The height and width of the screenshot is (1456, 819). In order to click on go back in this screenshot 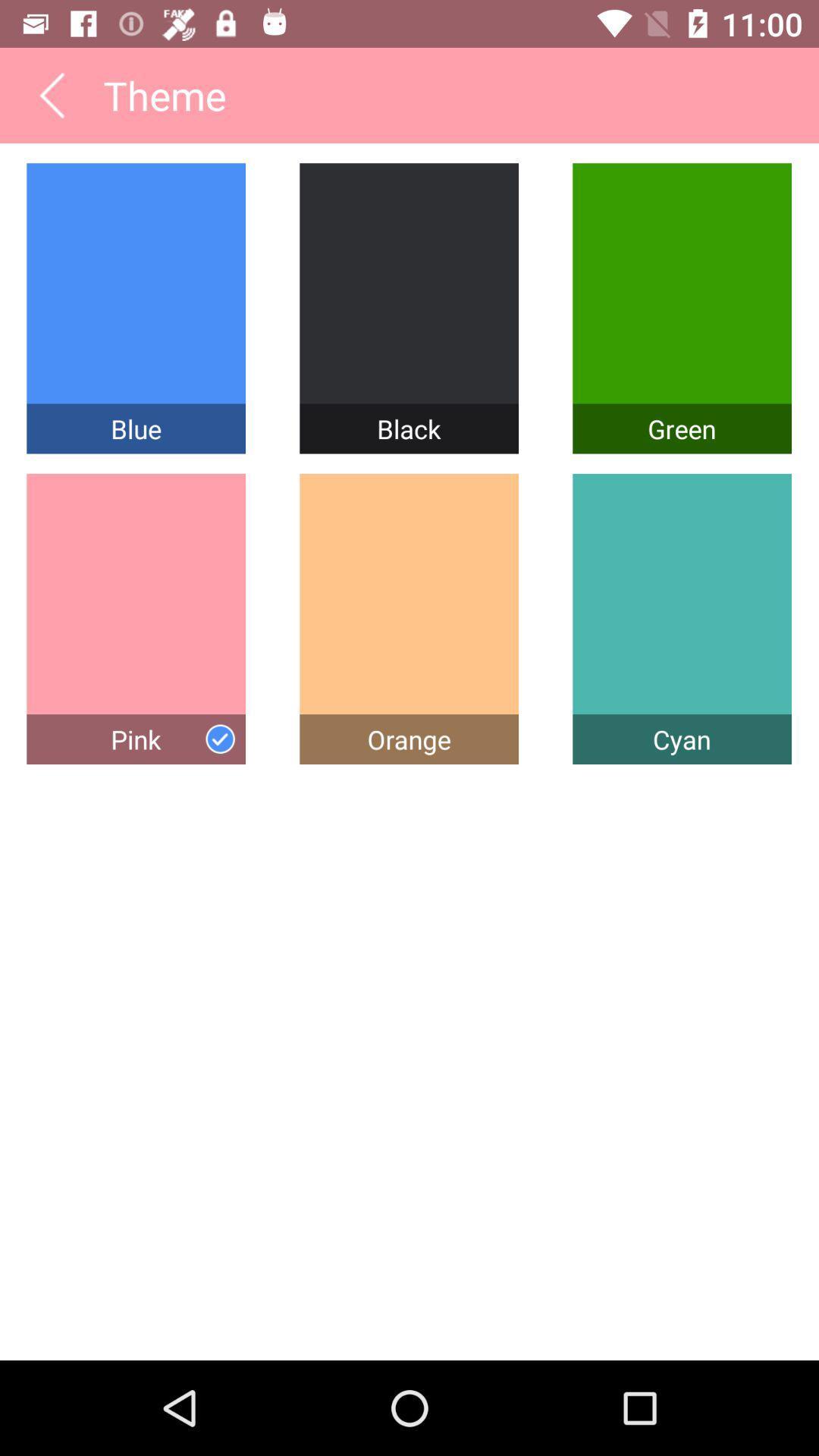, I will do `click(51, 94)`.